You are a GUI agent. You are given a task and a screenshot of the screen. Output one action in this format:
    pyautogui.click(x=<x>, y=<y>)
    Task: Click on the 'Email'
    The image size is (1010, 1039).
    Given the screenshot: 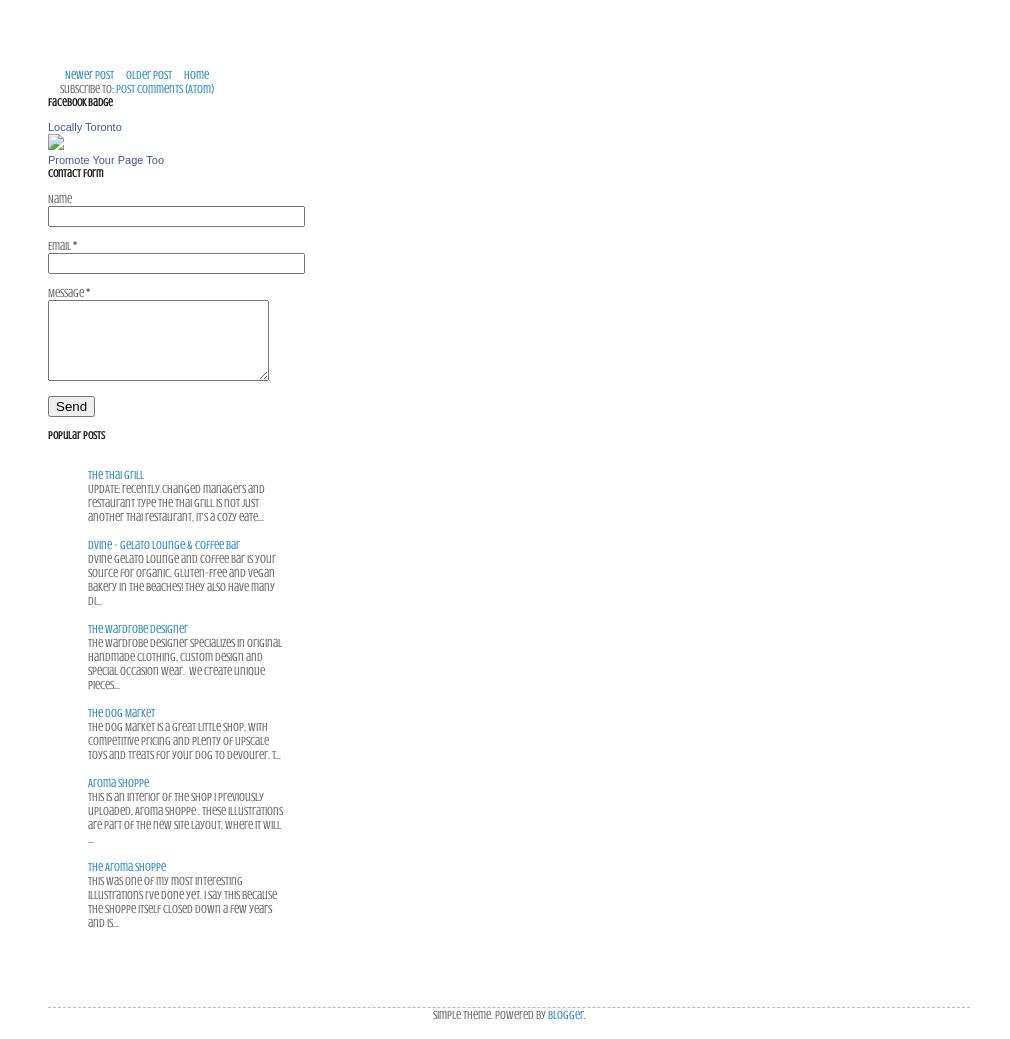 What is the action you would take?
    pyautogui.click(x=59, y=244)
    